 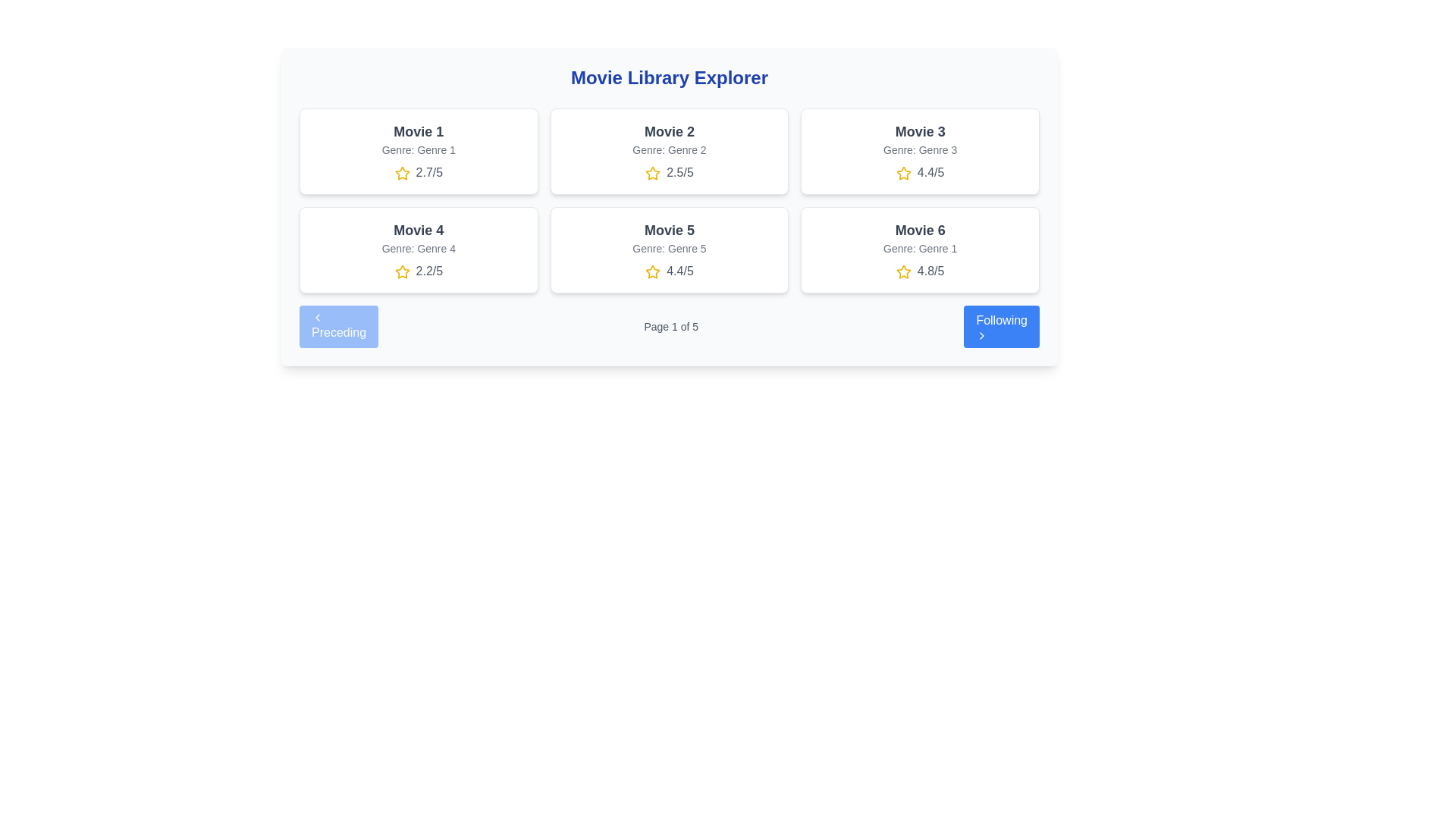 I want to click on the yellow star icon representing a rating element located in the second row, first column of the layout inside the card labeled 'Movie 4', so click(x=402, y=271).